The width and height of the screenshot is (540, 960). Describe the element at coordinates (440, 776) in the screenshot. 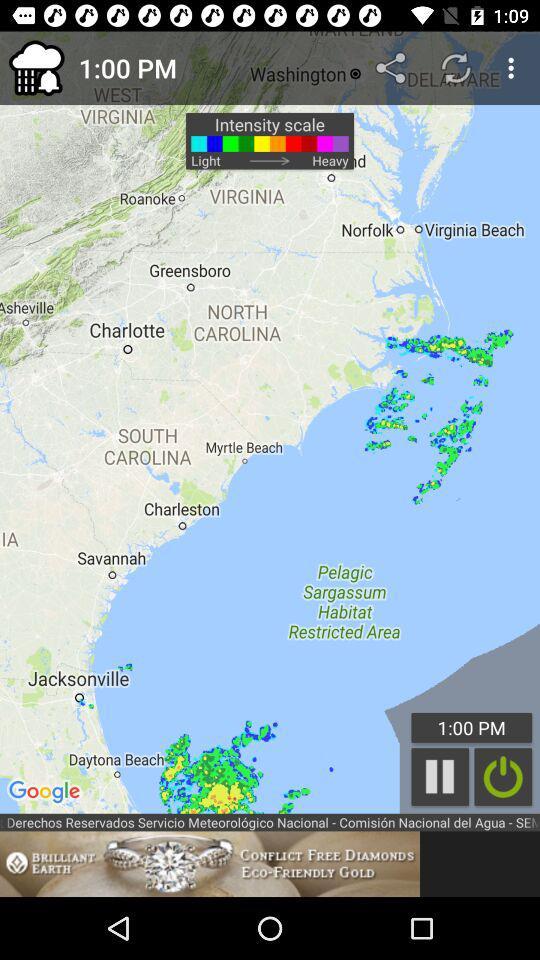

I see `the item above the national weather service item` at that location.